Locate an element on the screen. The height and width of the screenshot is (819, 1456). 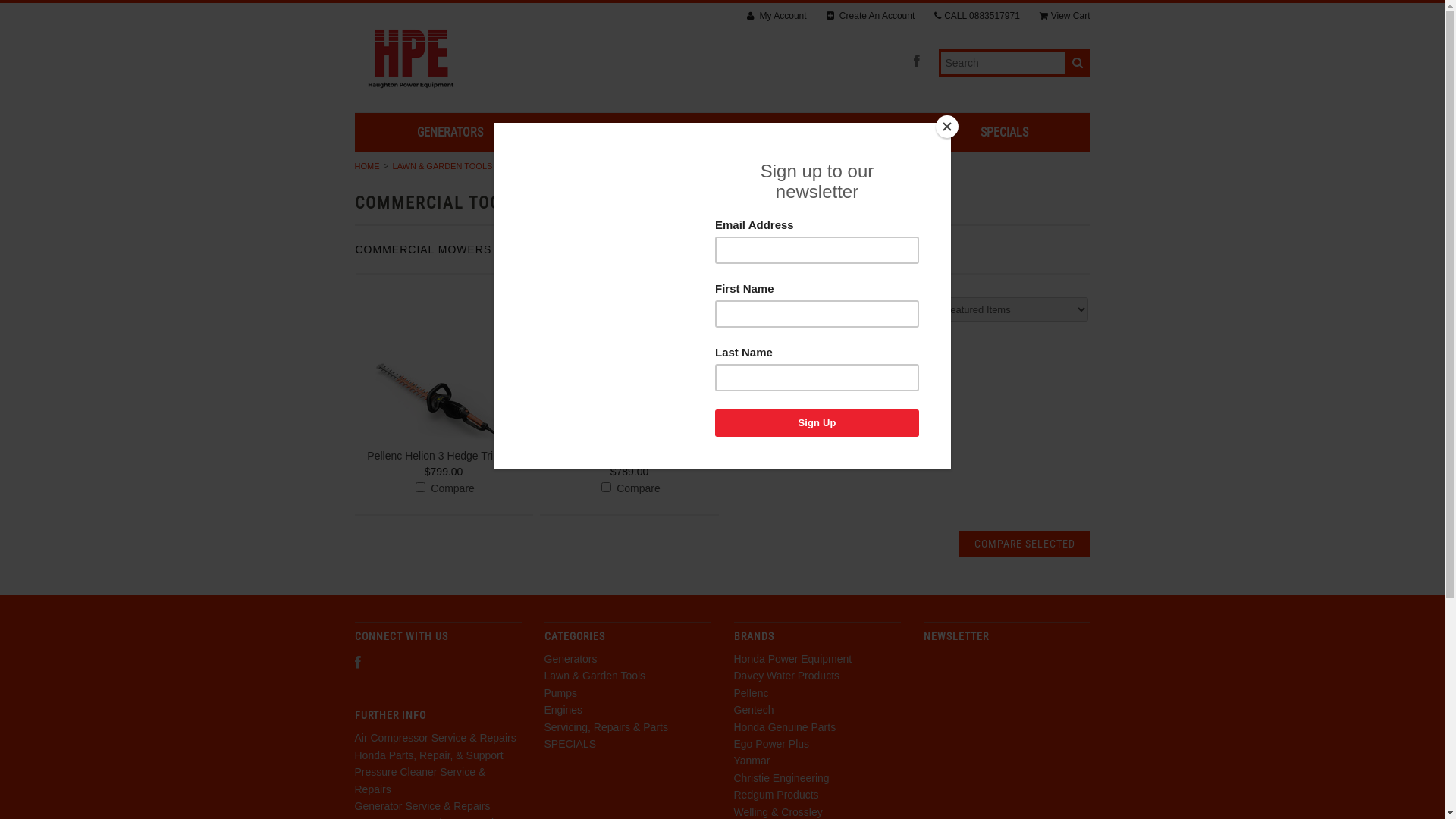
'Christie Engineering' is located at coordinates (782, 778).